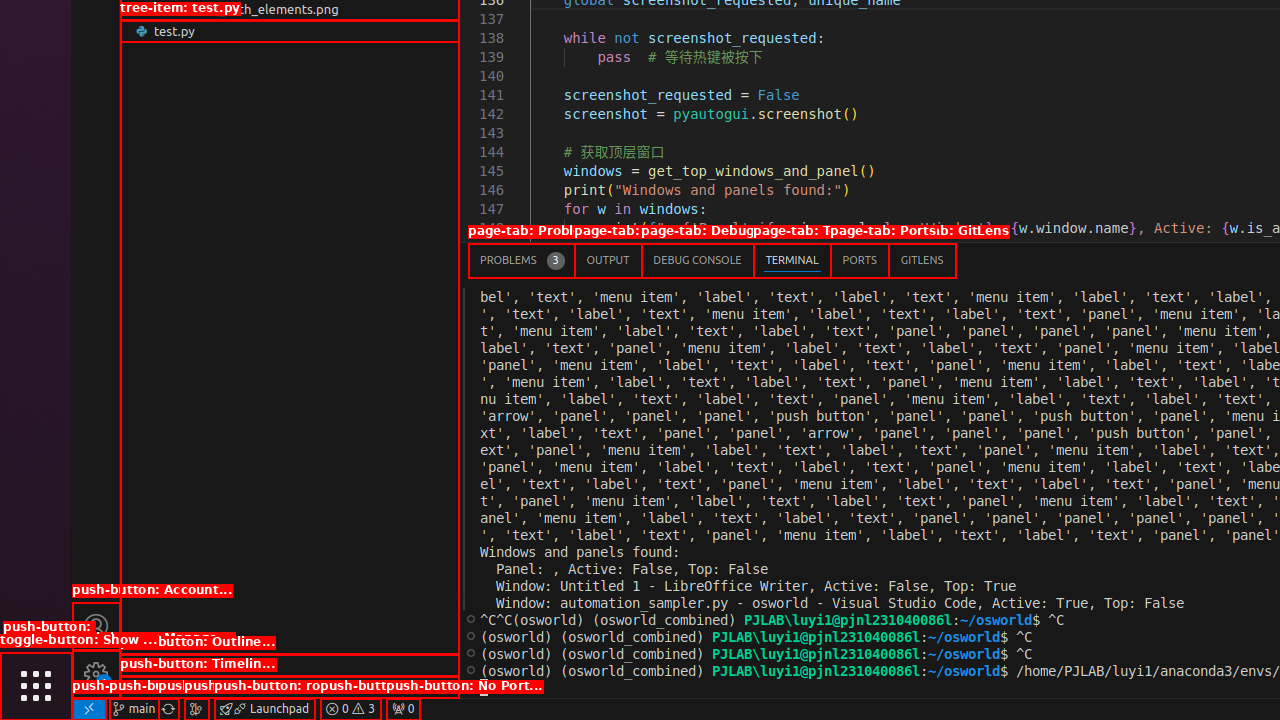 The height and width of the screenshot is (720, 1280). What do you see at coordinates (196, 707) in the screenshot?
I see `'Show the GitLens Commit Graph'` at bounding box center [196, 707].